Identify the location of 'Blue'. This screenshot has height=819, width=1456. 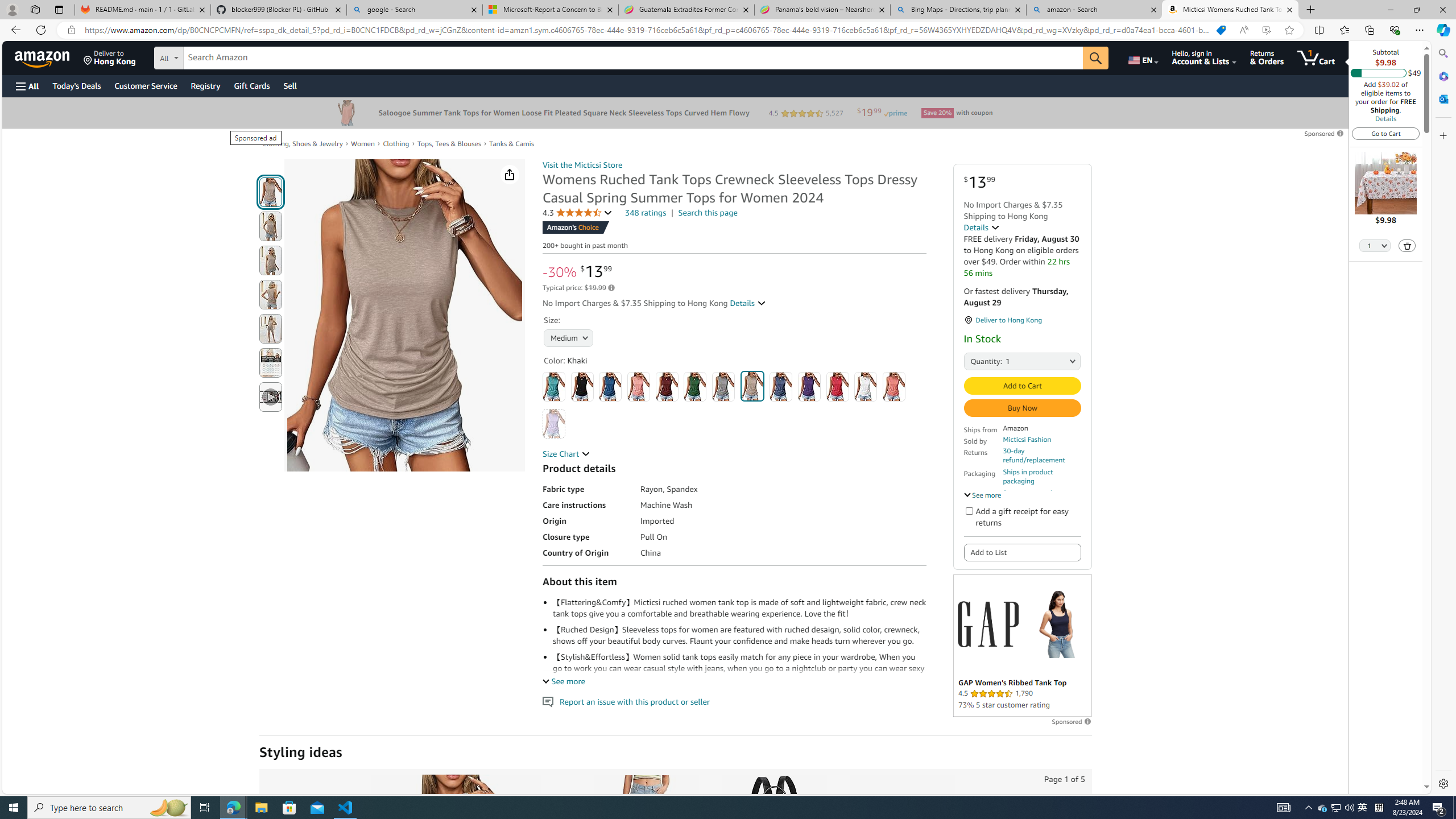
(610, 386).